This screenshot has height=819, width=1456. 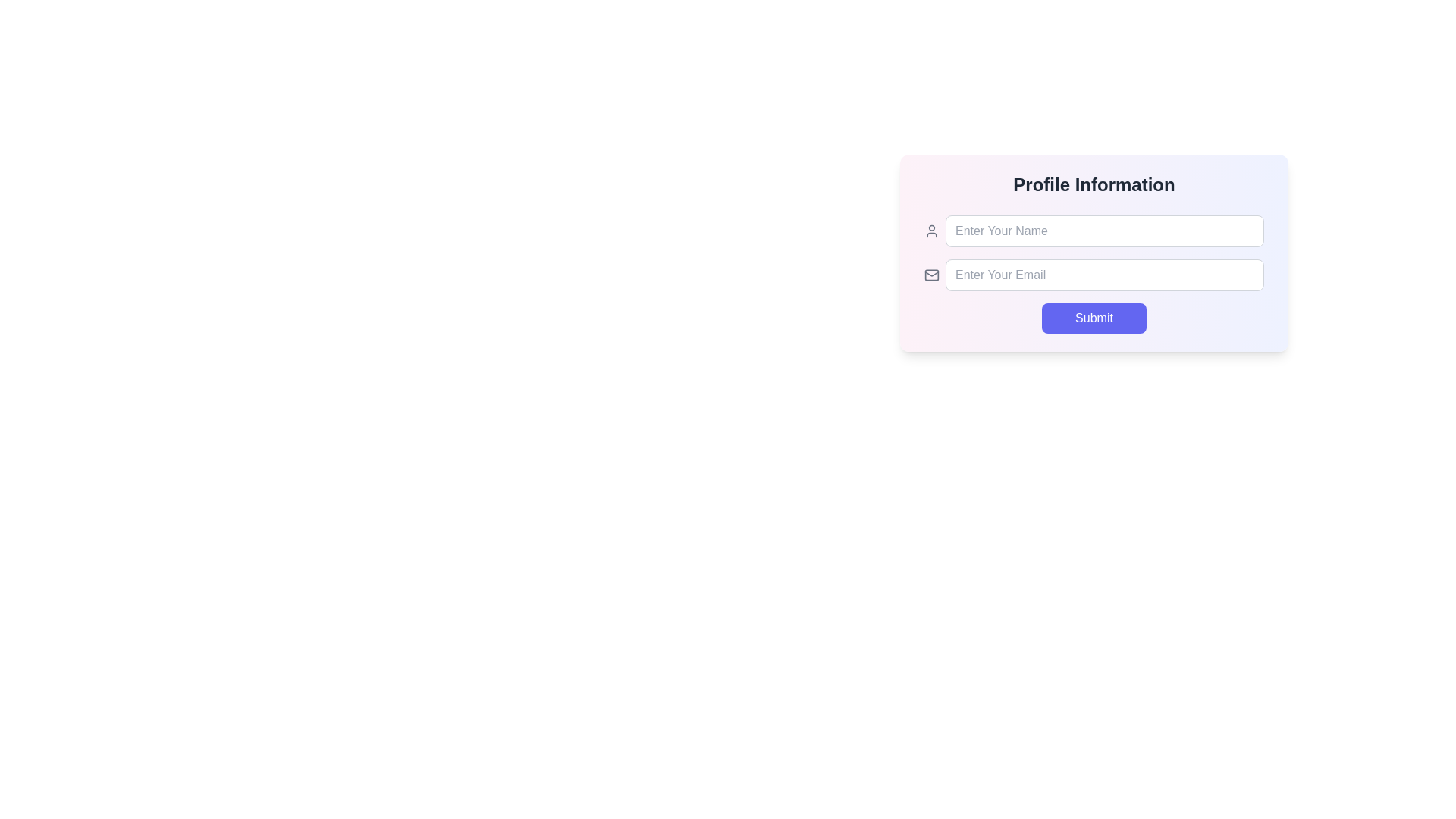 What do you see at coordinates (1094, 331) in the screenshot?
I see `the submit button located below the name and email fields` at bounding box center [1094, 331].